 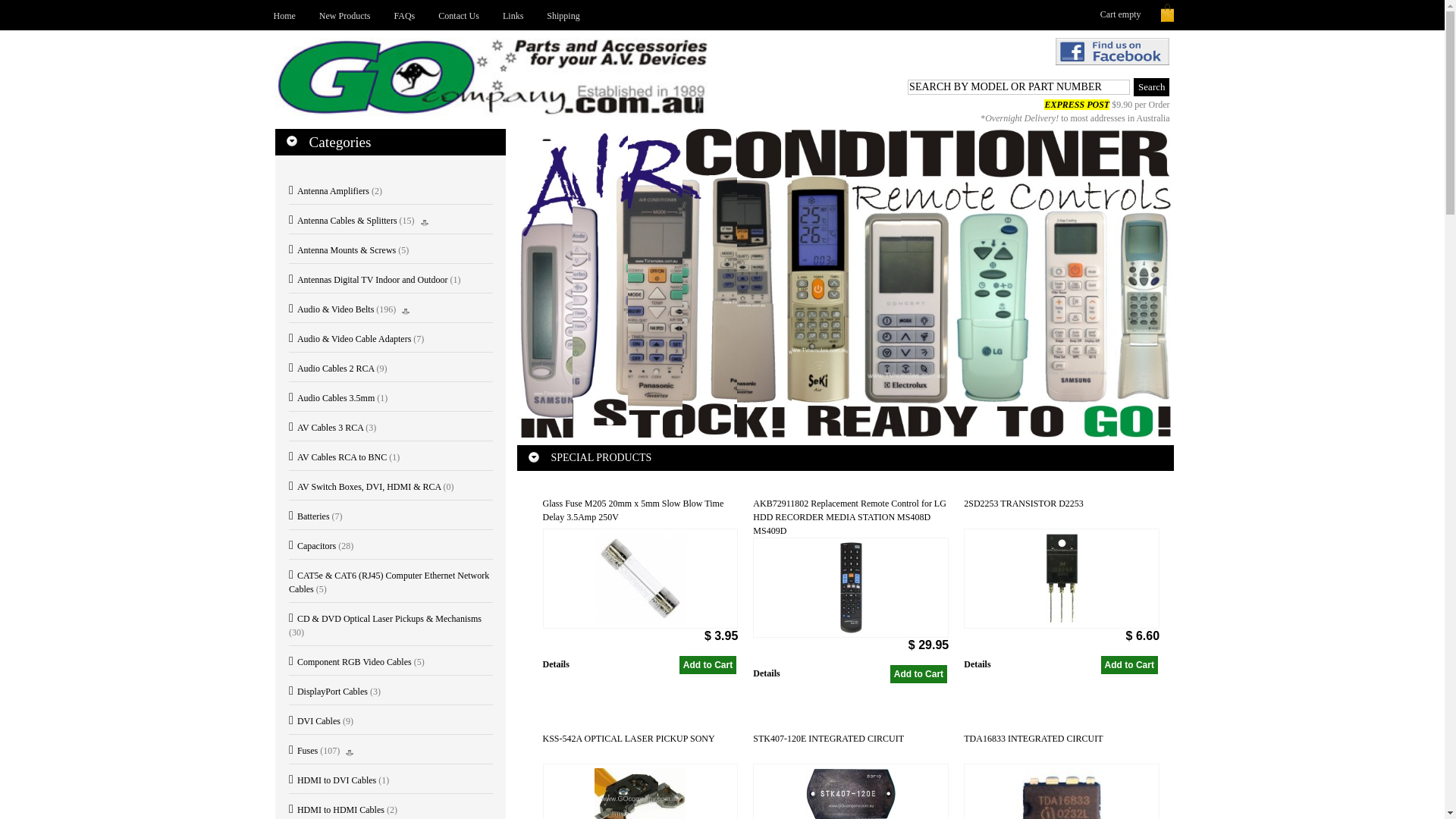 What do you see at coordinates (1061, 579) in the screenshot?
I see `'2SD2253 TRANSISTOR D2253'` at bounding box center [1061, 579].